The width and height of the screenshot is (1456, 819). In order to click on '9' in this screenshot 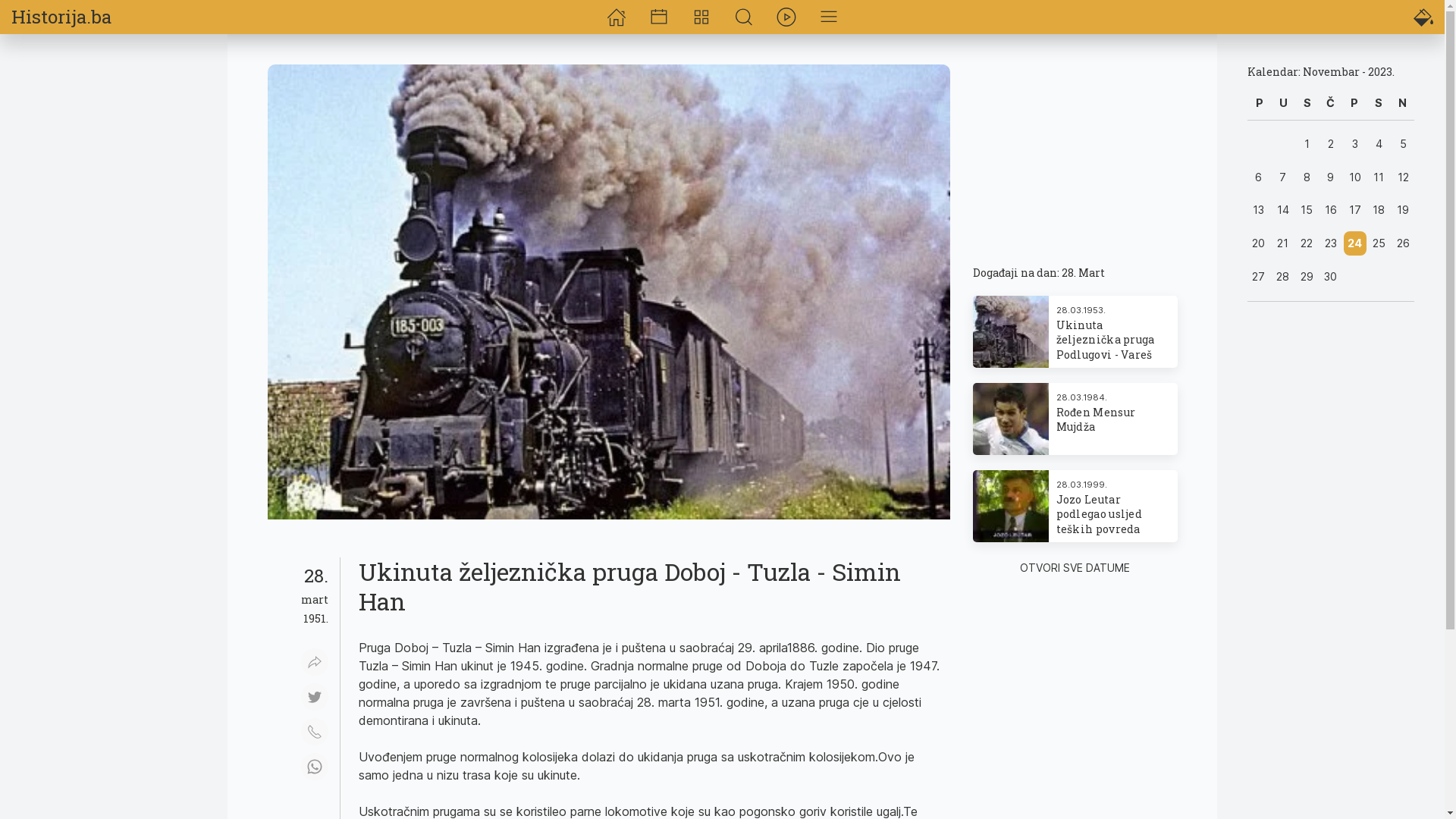, I will do `click(1330, 177)`.